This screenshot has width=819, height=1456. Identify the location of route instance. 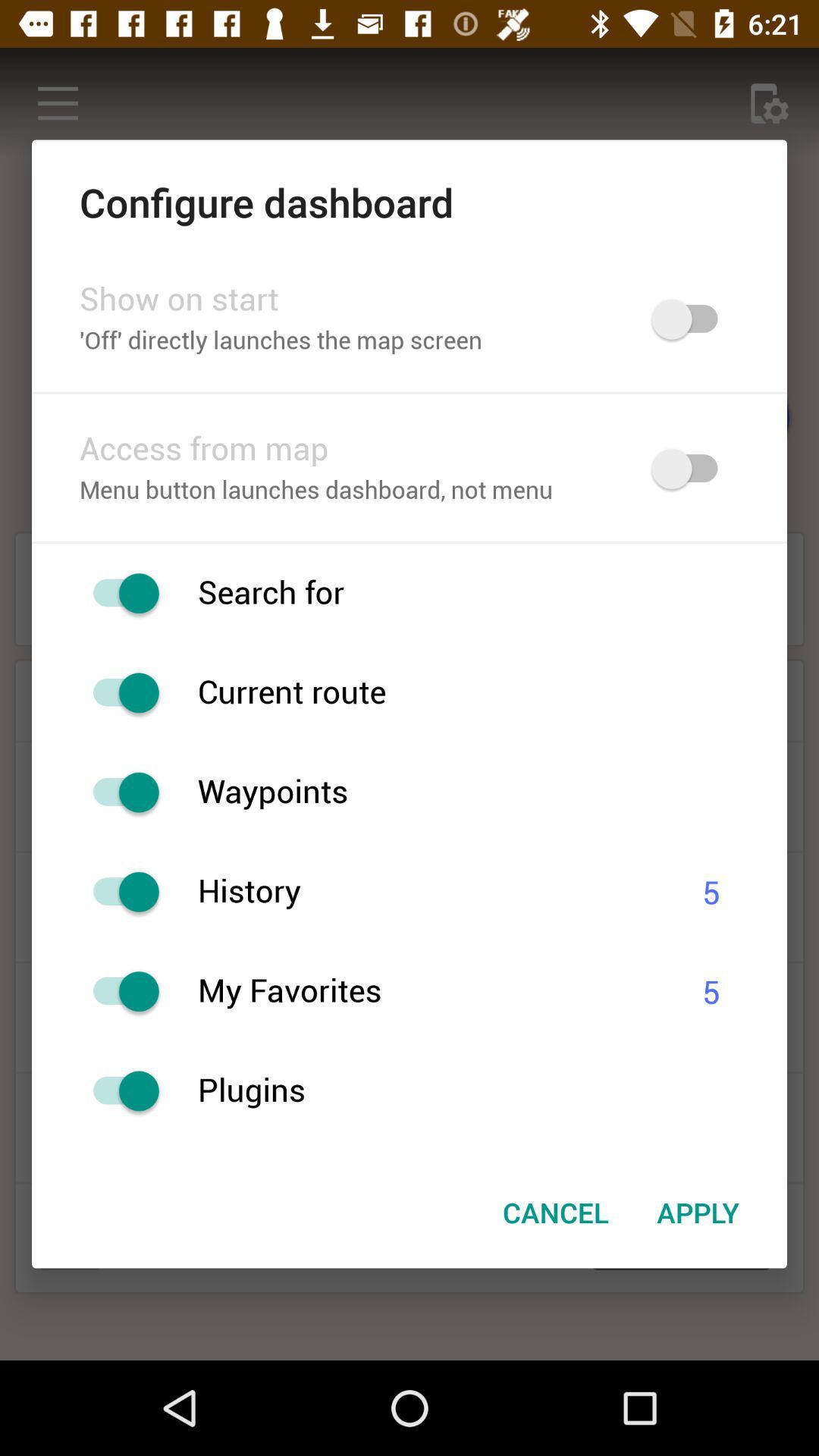
(118, 692).